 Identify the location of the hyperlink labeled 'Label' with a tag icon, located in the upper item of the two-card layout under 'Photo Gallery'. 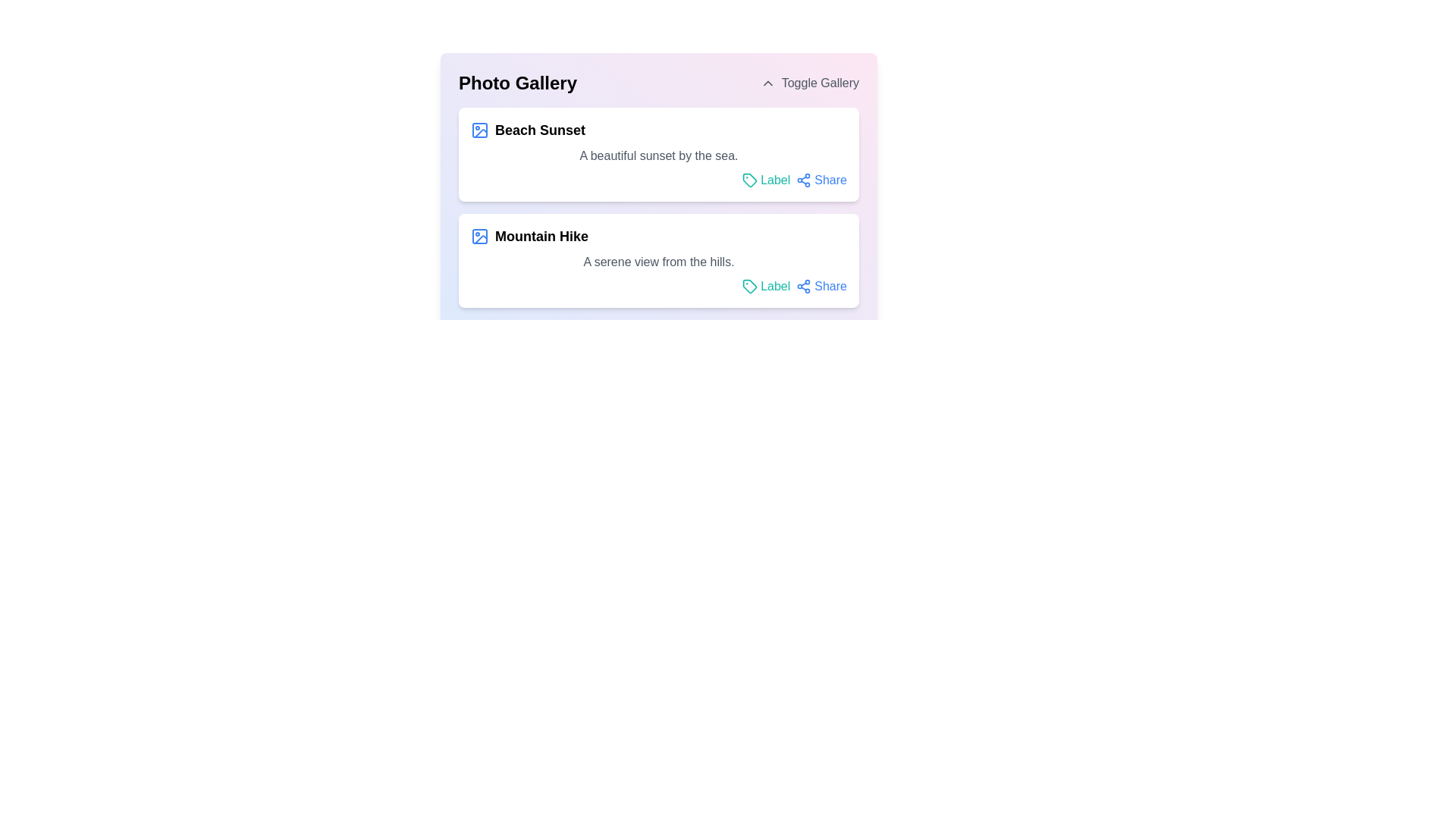
(766, 180).